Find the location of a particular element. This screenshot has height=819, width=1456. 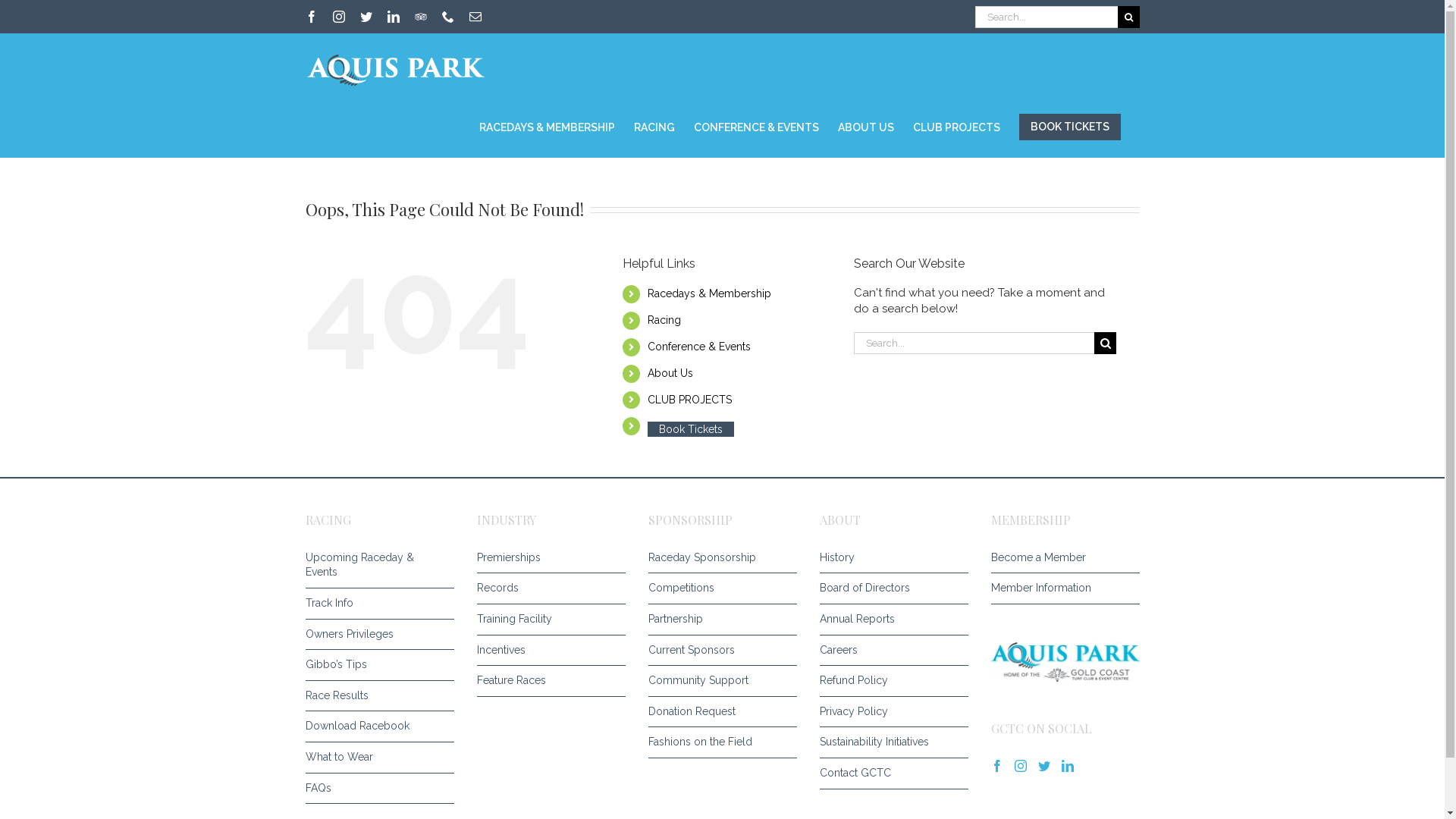

'Track Info' is located at coordinates (304, 602).